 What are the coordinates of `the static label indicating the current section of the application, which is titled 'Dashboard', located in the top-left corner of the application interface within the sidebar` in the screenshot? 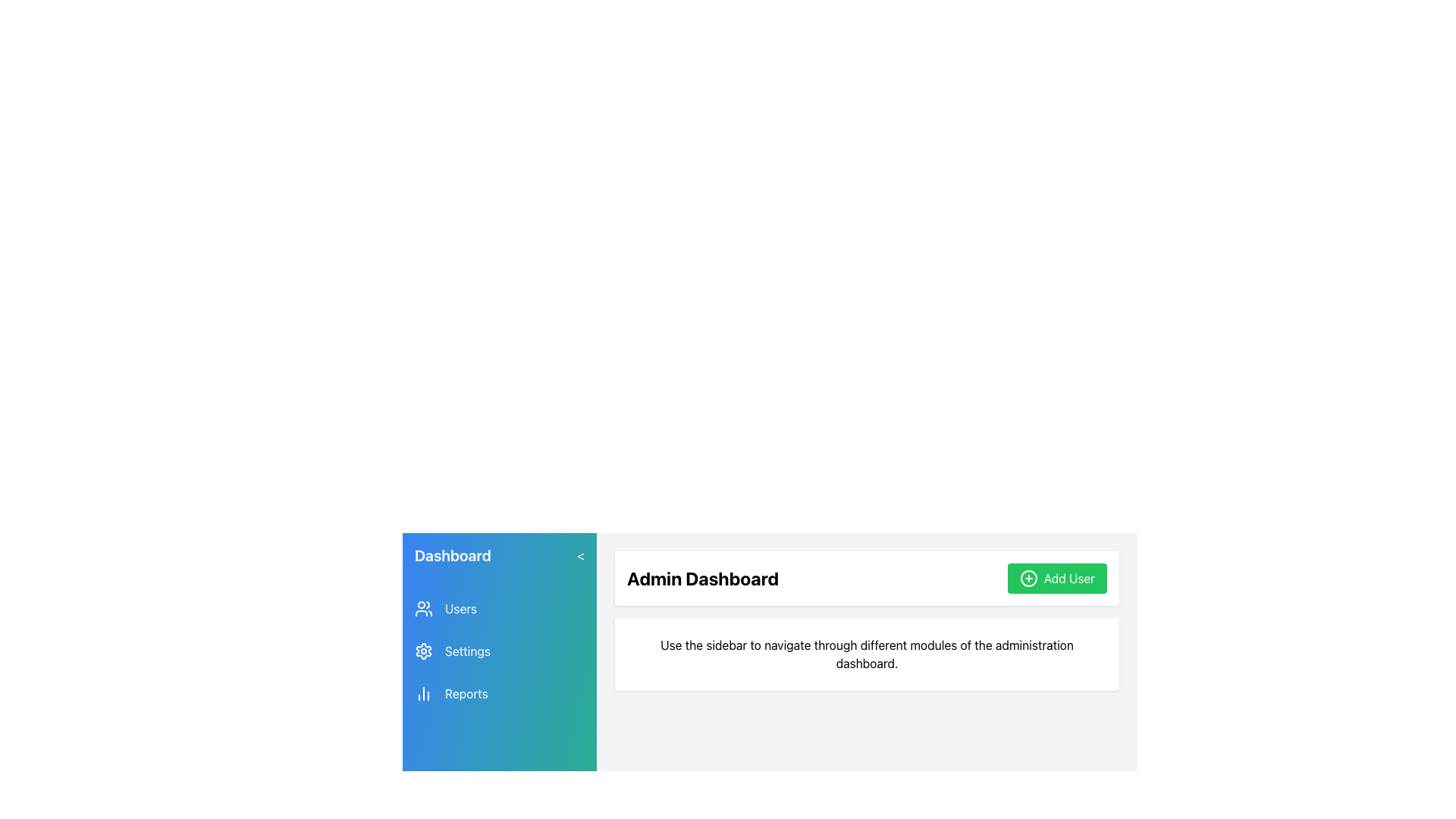 It's located at (452, 555).